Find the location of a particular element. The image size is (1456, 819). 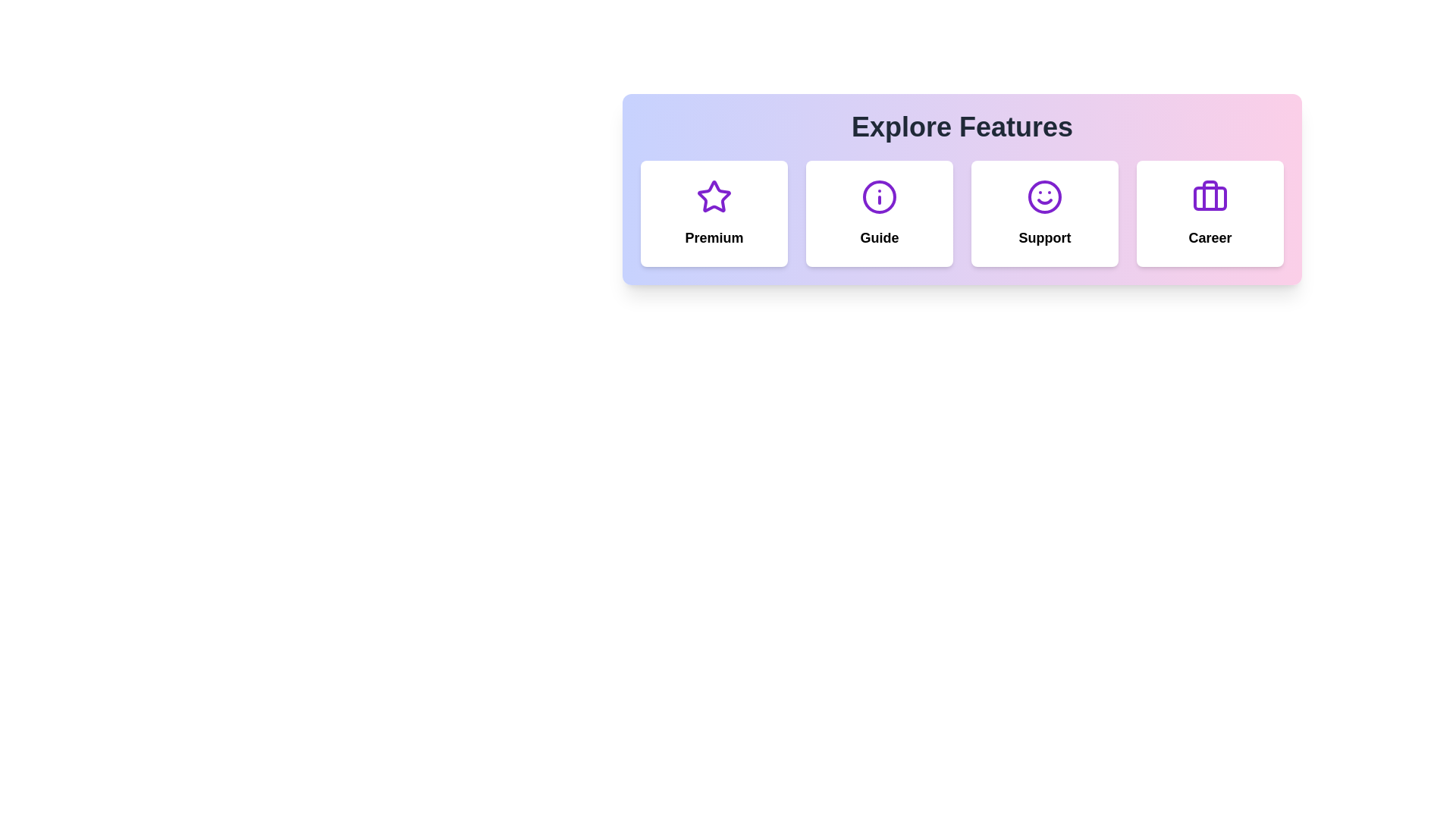

the prominent purple circular icon with a white center displaying an information symbol ('i') inside, located on the 'Guide' card in the 'Explore Features' section is located at coordinates (880, 196).